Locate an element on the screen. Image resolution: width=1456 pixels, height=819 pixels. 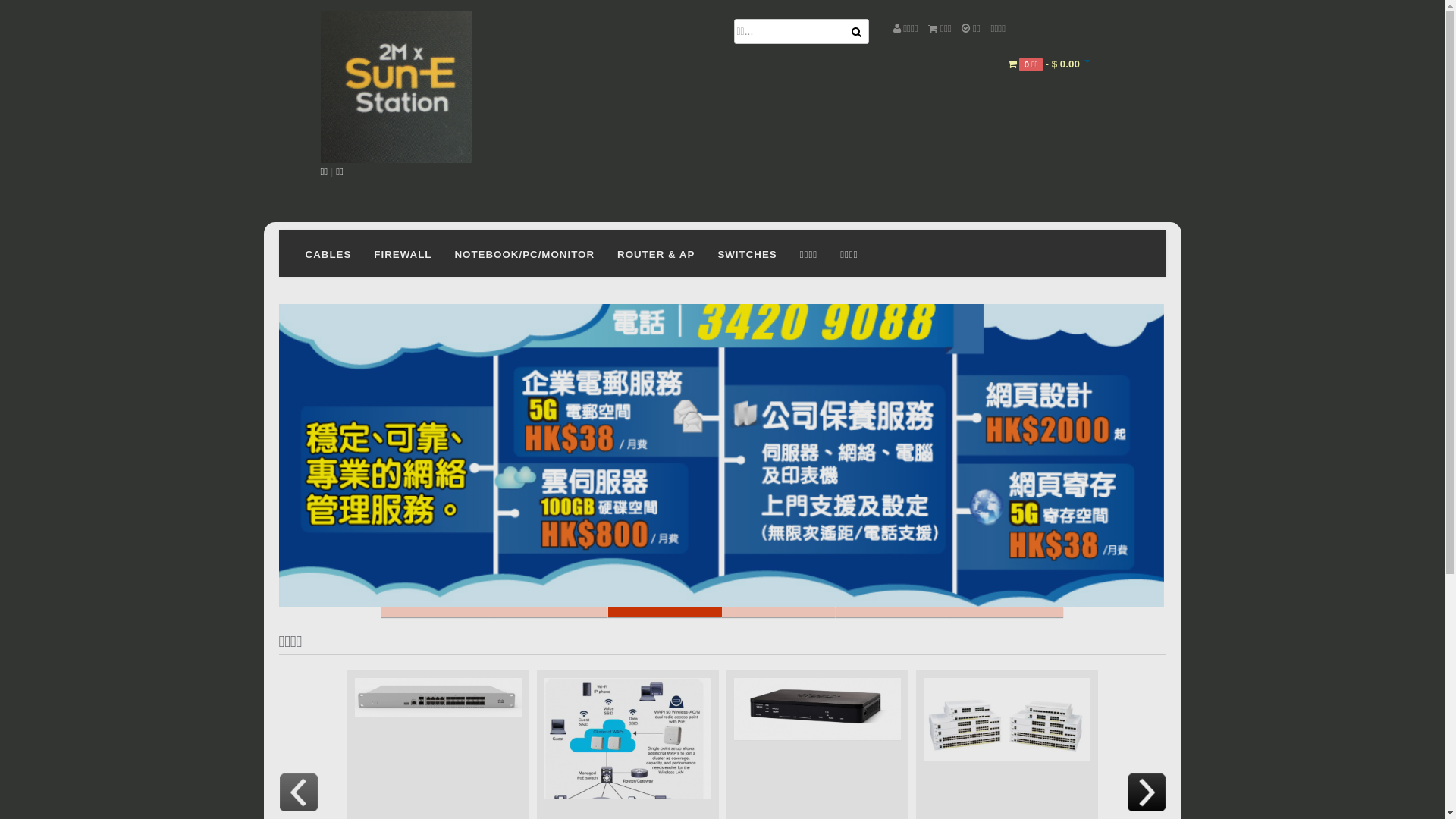
'SWITCHES' is located at coordinates (705, 253).